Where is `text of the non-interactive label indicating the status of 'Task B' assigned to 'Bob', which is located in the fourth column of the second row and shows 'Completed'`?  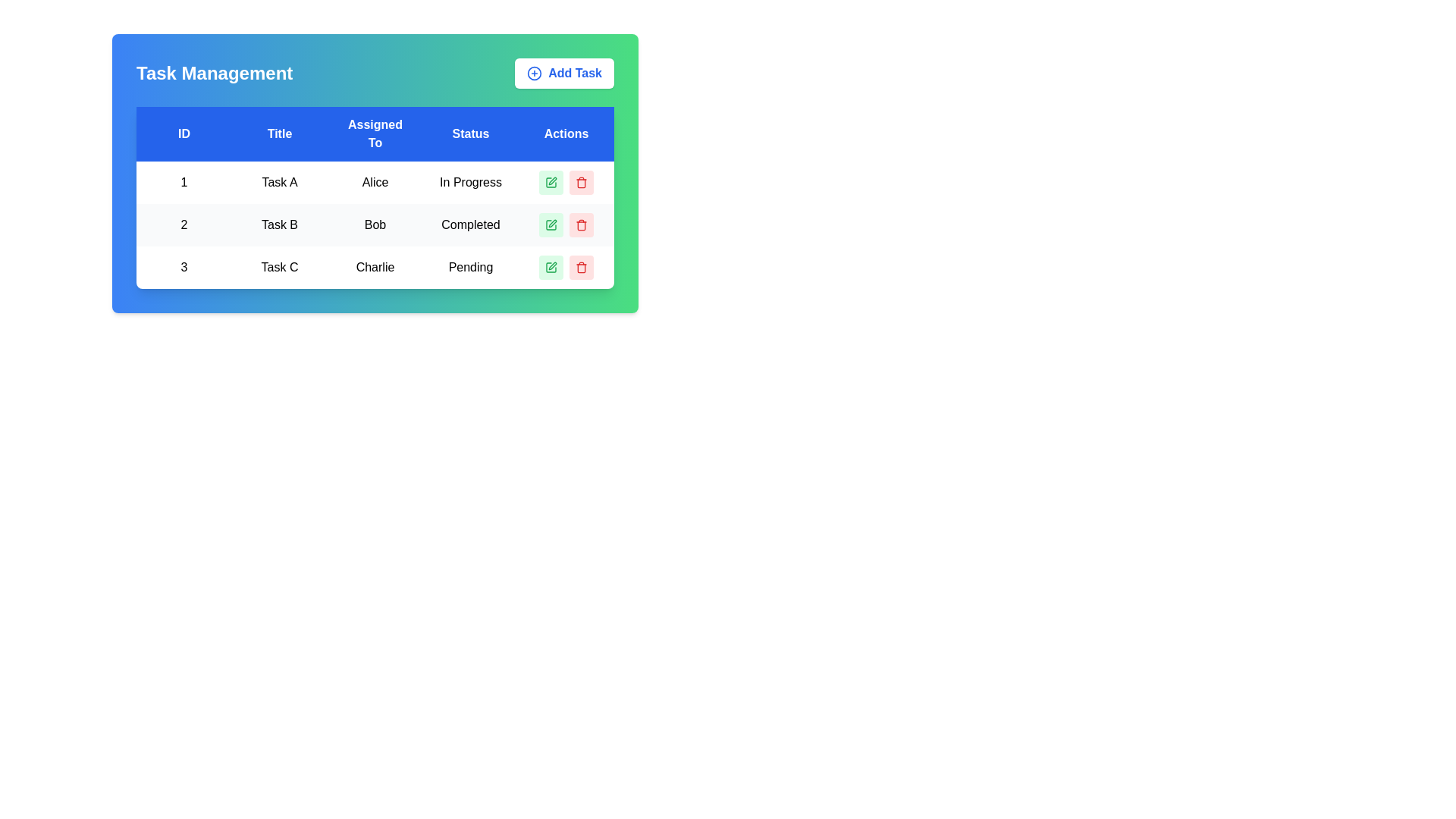
text of the non-interactive label indicating the status of 'Task B' assigned to 'Bob', which is located in the fourth column of the second row and shows 'Completed' is located at coordinates (469, 225).